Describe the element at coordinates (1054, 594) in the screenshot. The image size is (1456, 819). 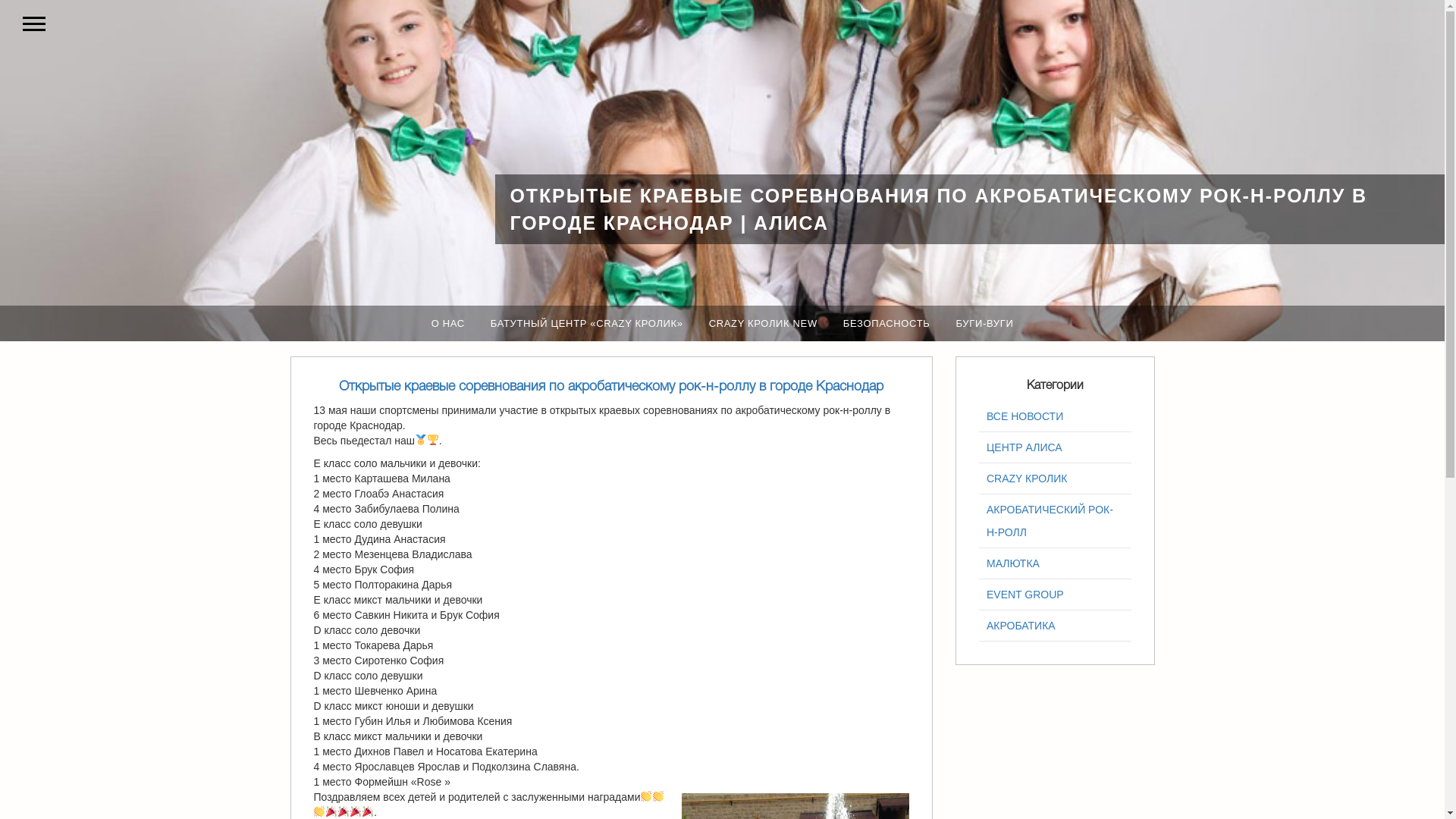
I see `'EVENT GROUP'` at that location.